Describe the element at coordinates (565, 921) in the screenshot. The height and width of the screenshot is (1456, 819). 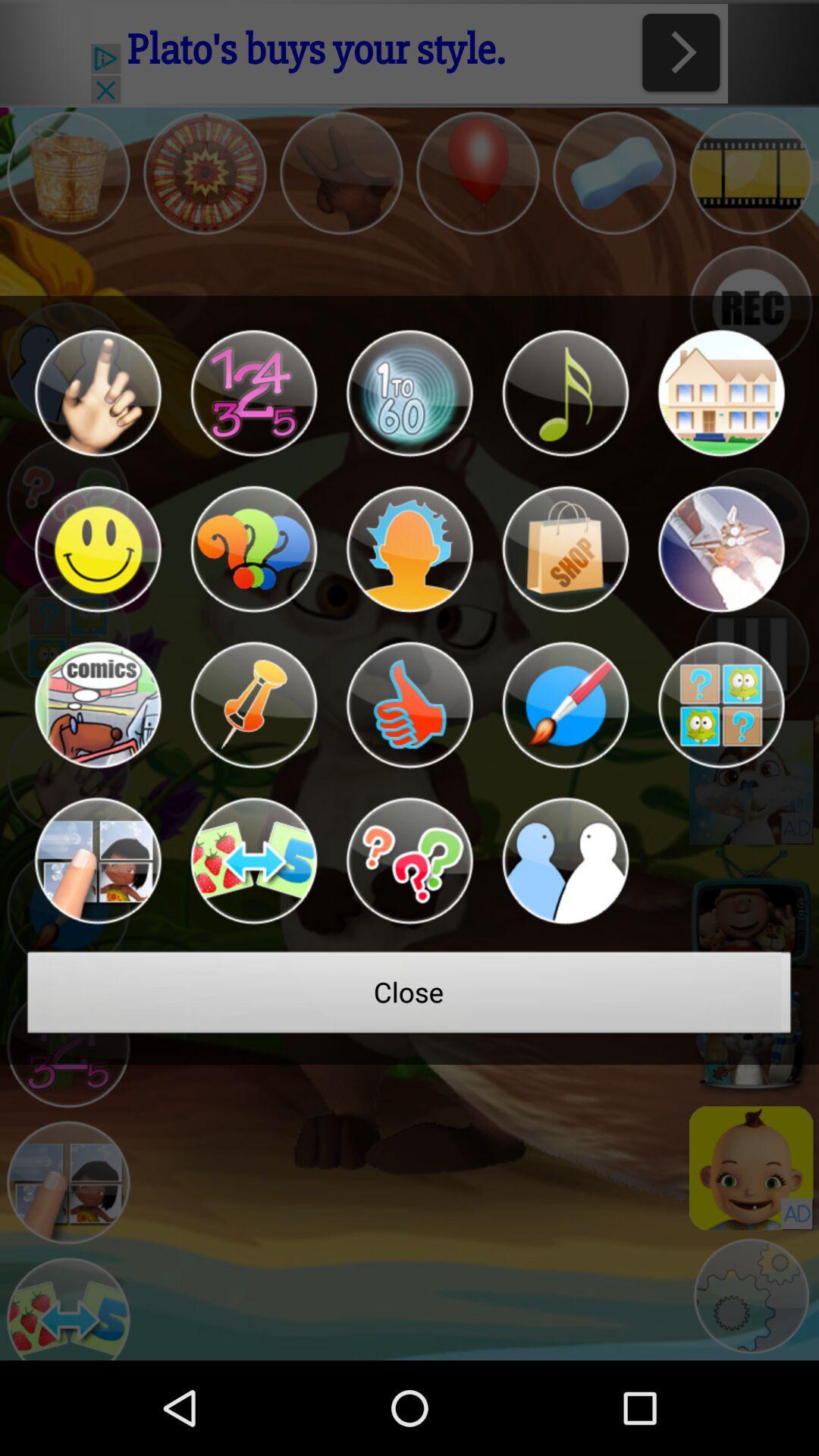
I see `the group icon` at that location.